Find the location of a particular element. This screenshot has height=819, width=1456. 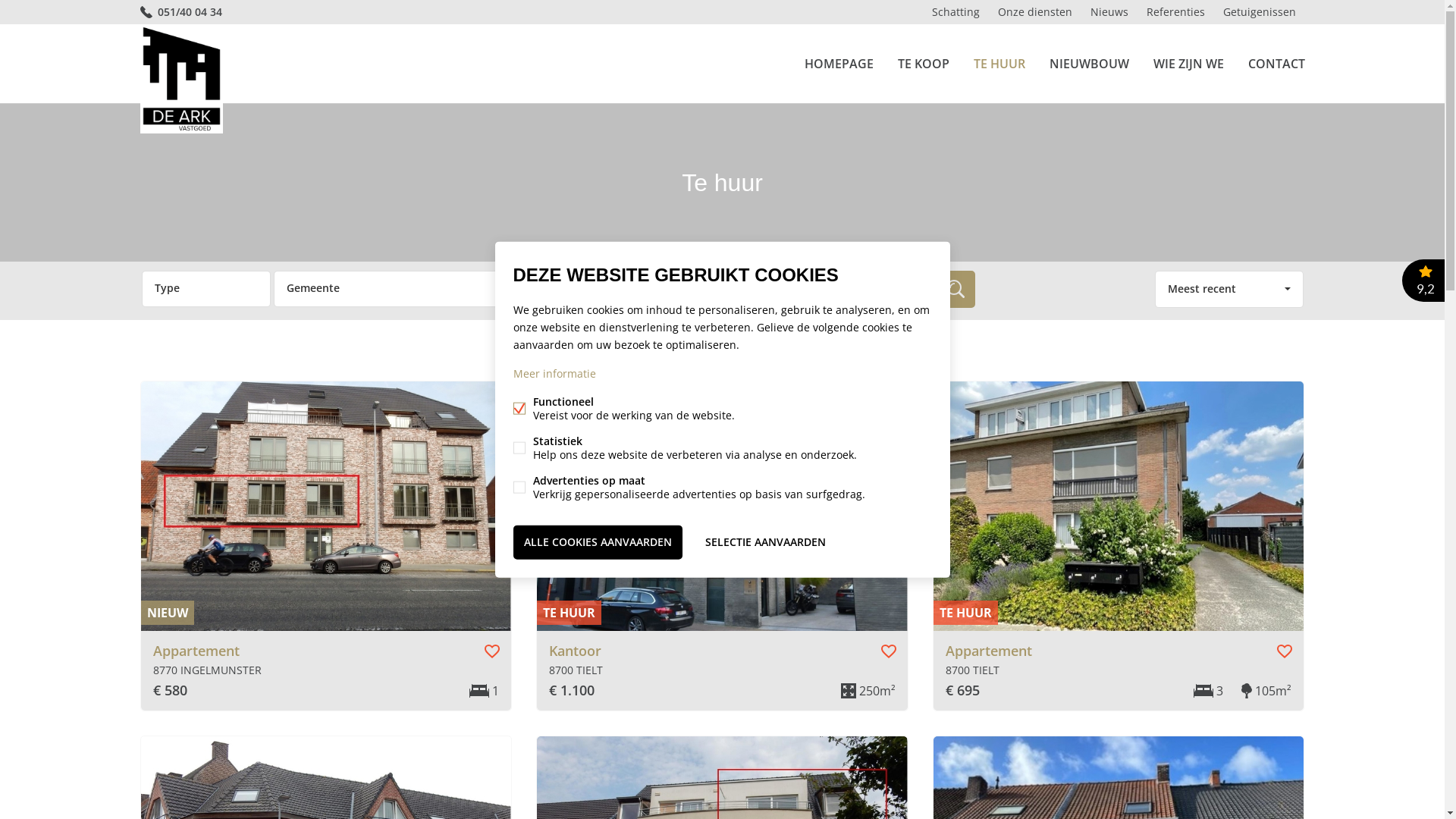

'Nieuws' is located at coordinates (1109, 11).